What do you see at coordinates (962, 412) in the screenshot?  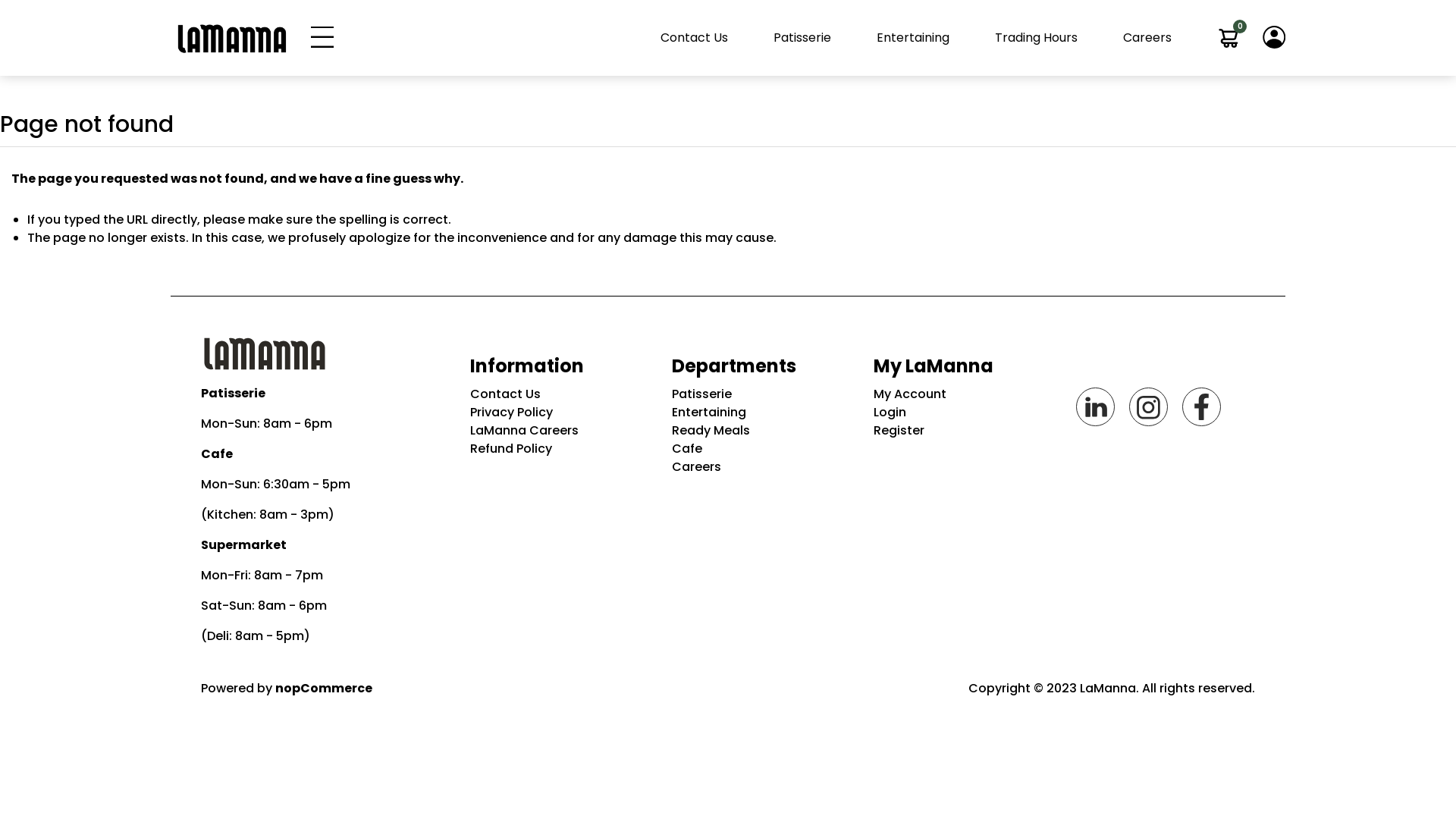 I see `'Login'` at bounding box center [962, 412].